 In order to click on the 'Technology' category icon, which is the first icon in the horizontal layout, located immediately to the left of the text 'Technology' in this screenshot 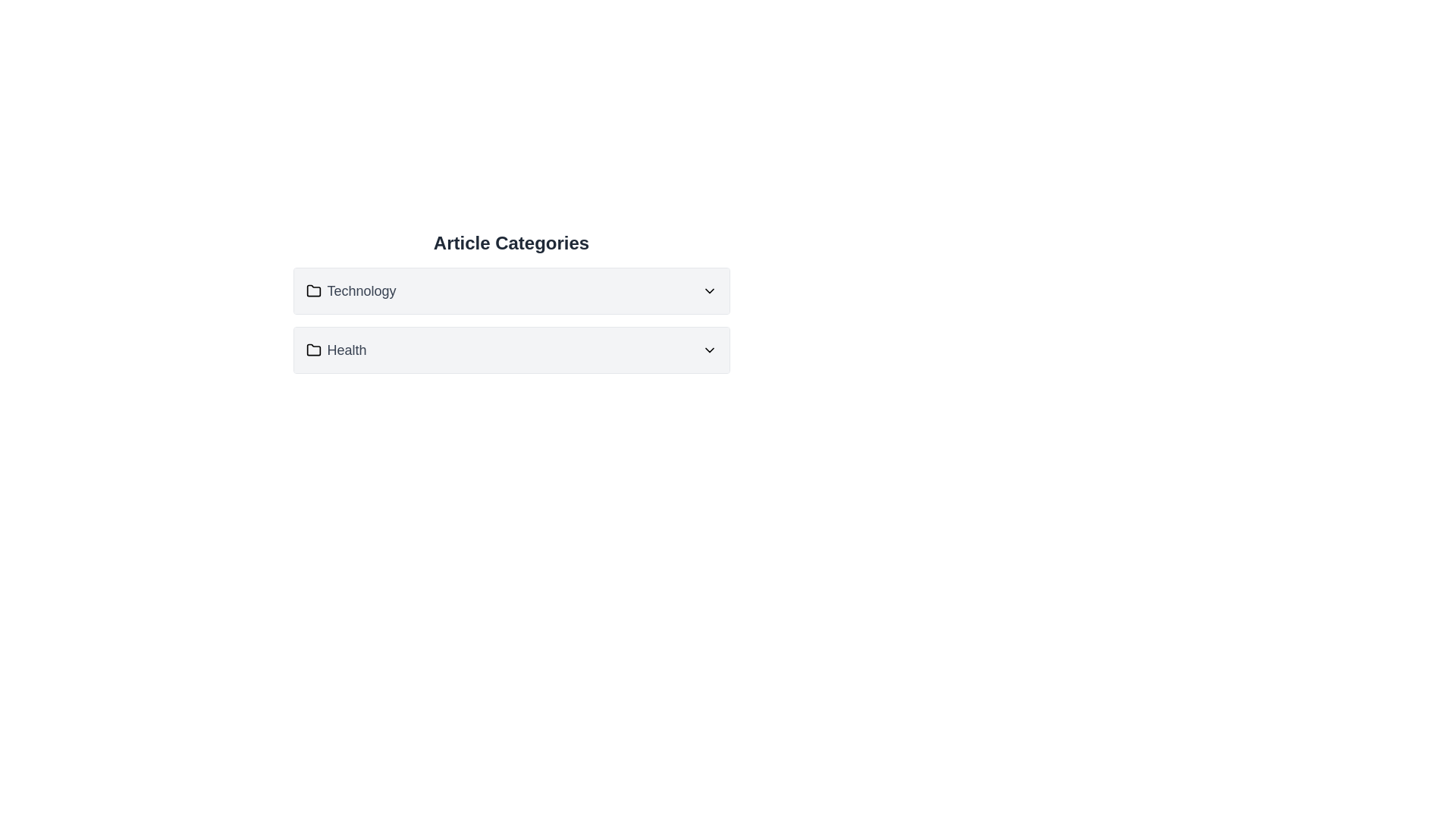, I will do `click(312, 291)`.